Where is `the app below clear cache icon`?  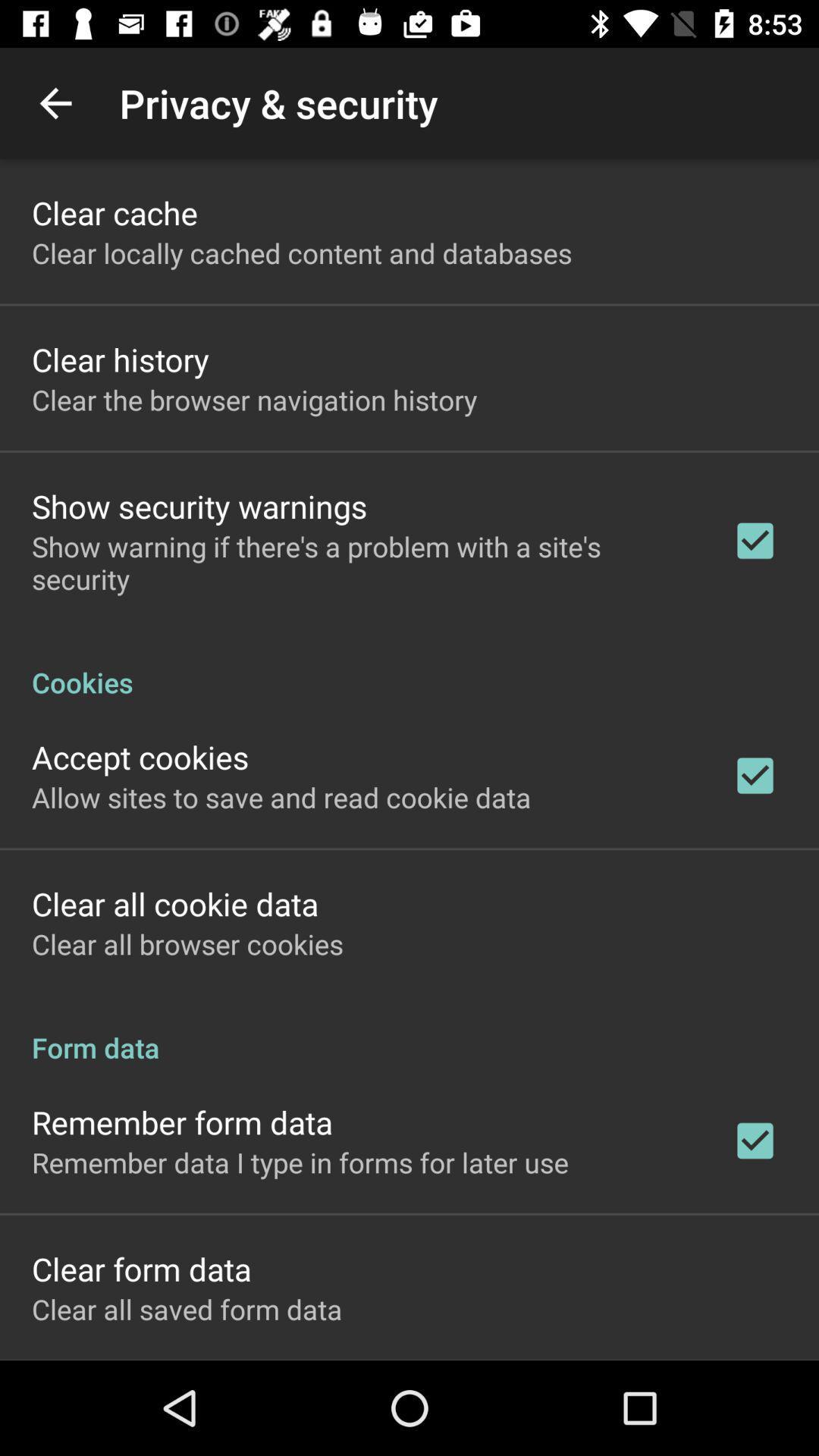
the app below clear cache icon is located at coordinates (302, 253).